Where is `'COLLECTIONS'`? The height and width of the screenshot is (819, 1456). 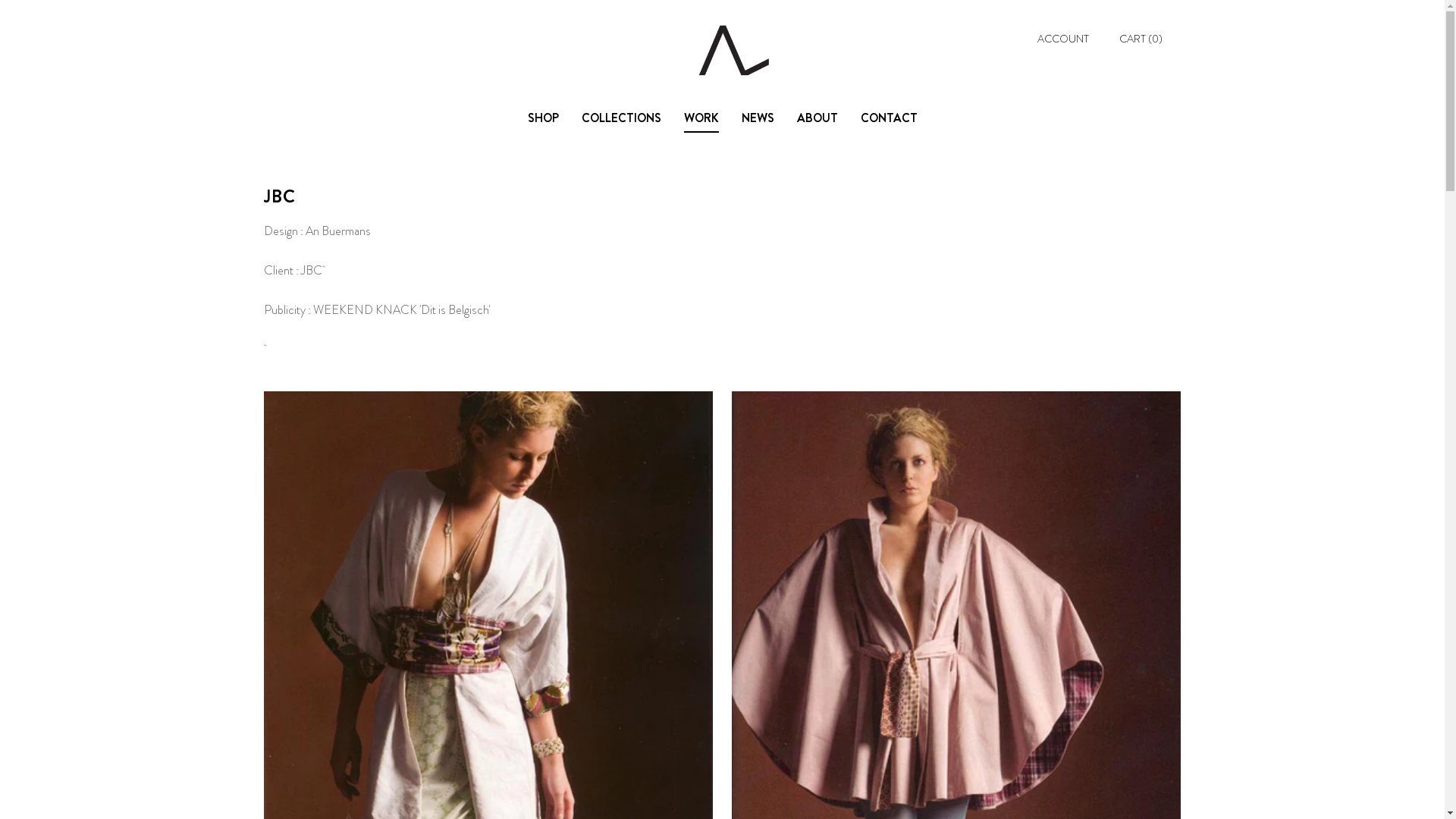
'COLLECTIONS' is located at coordinates (620, 118).